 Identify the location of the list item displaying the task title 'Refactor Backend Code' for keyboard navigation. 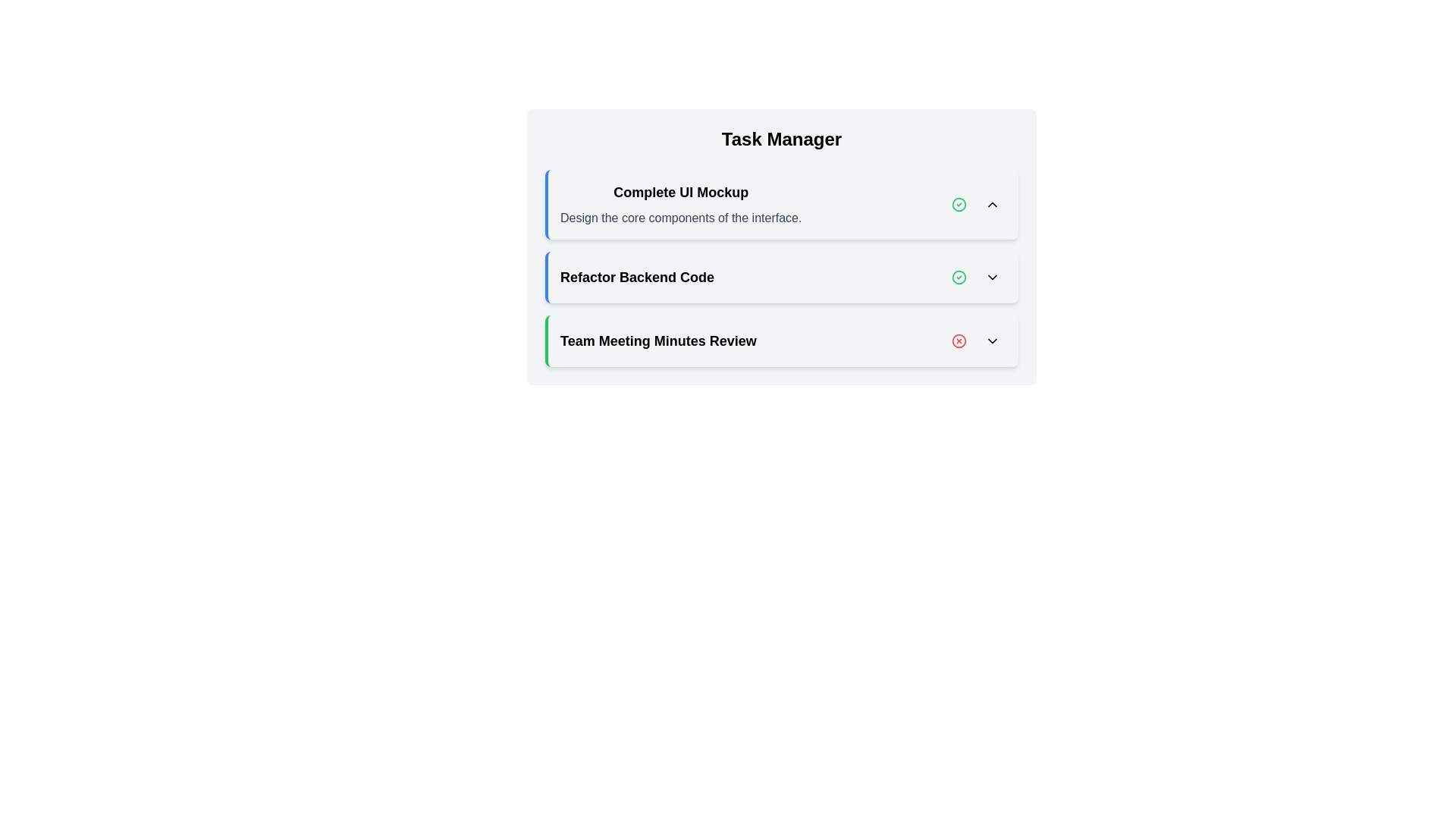
(782, 278).